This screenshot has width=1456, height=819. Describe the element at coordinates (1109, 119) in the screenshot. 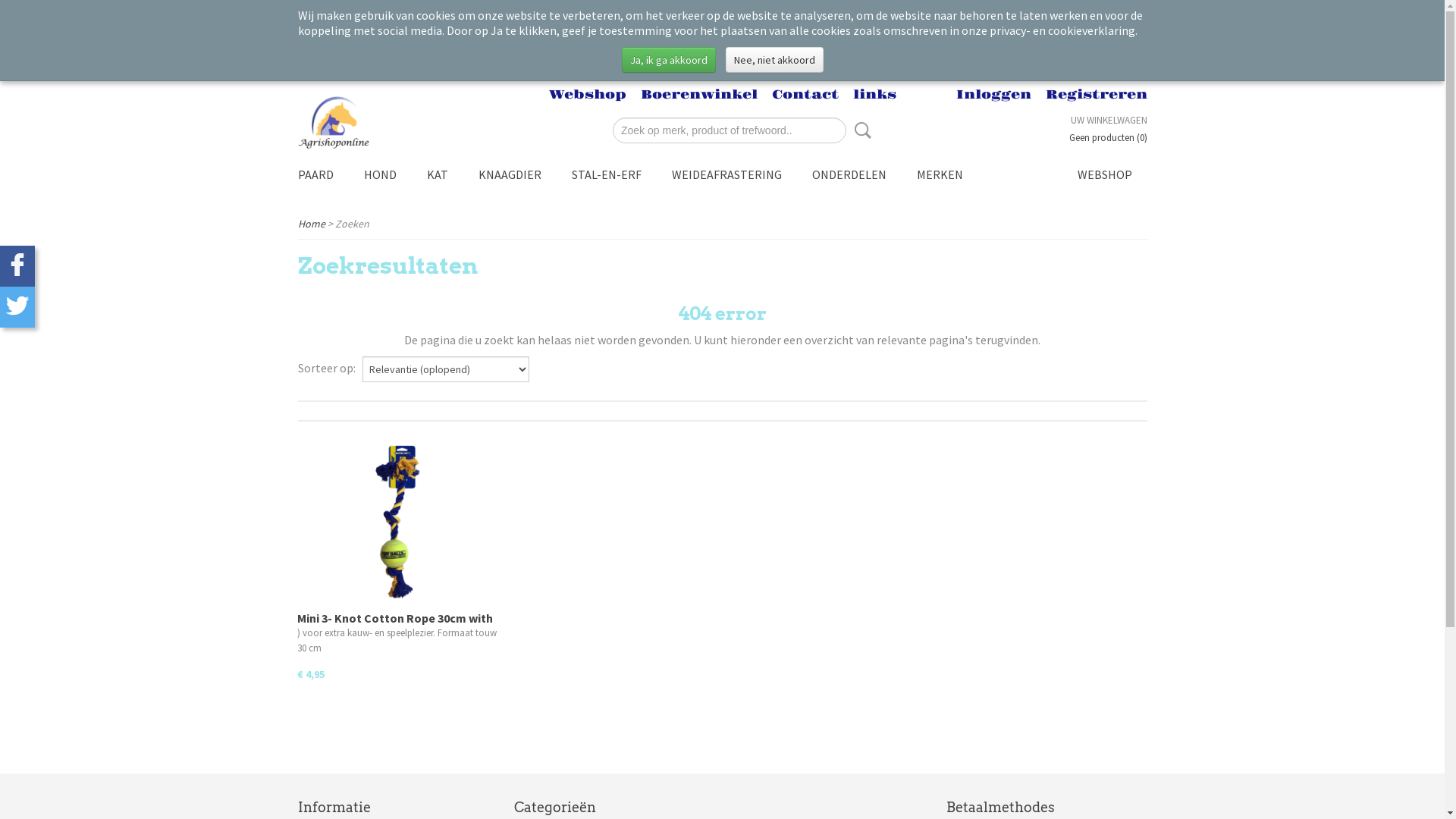

I see `'UW WINKELWAGEN'` at that location.